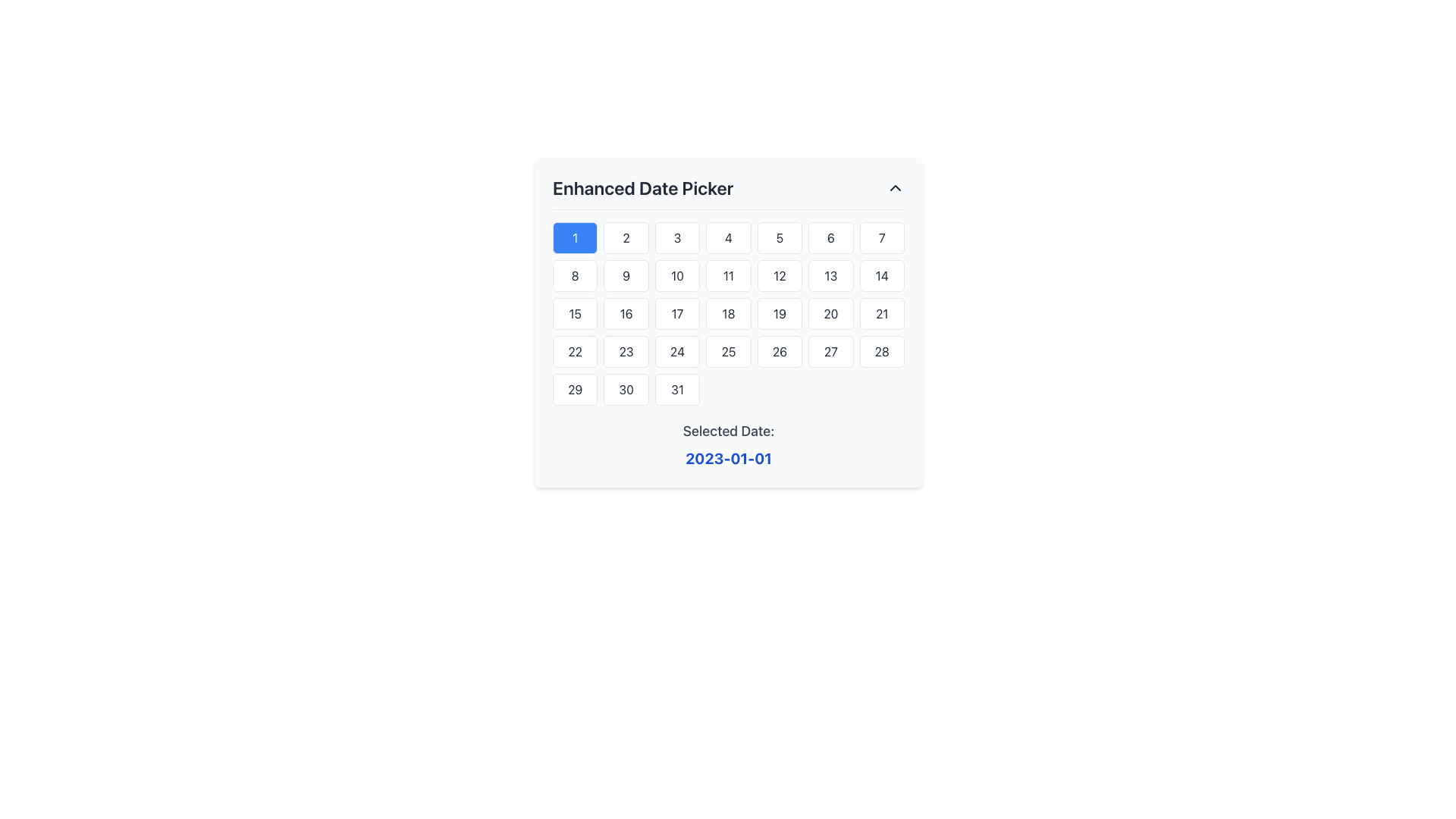 This screenshot has height=819, width=1456. I want to click on the rounded rectangular button labeled '13' with a white background and a slim gray border to trigger a visual effect, so click(830, 275).